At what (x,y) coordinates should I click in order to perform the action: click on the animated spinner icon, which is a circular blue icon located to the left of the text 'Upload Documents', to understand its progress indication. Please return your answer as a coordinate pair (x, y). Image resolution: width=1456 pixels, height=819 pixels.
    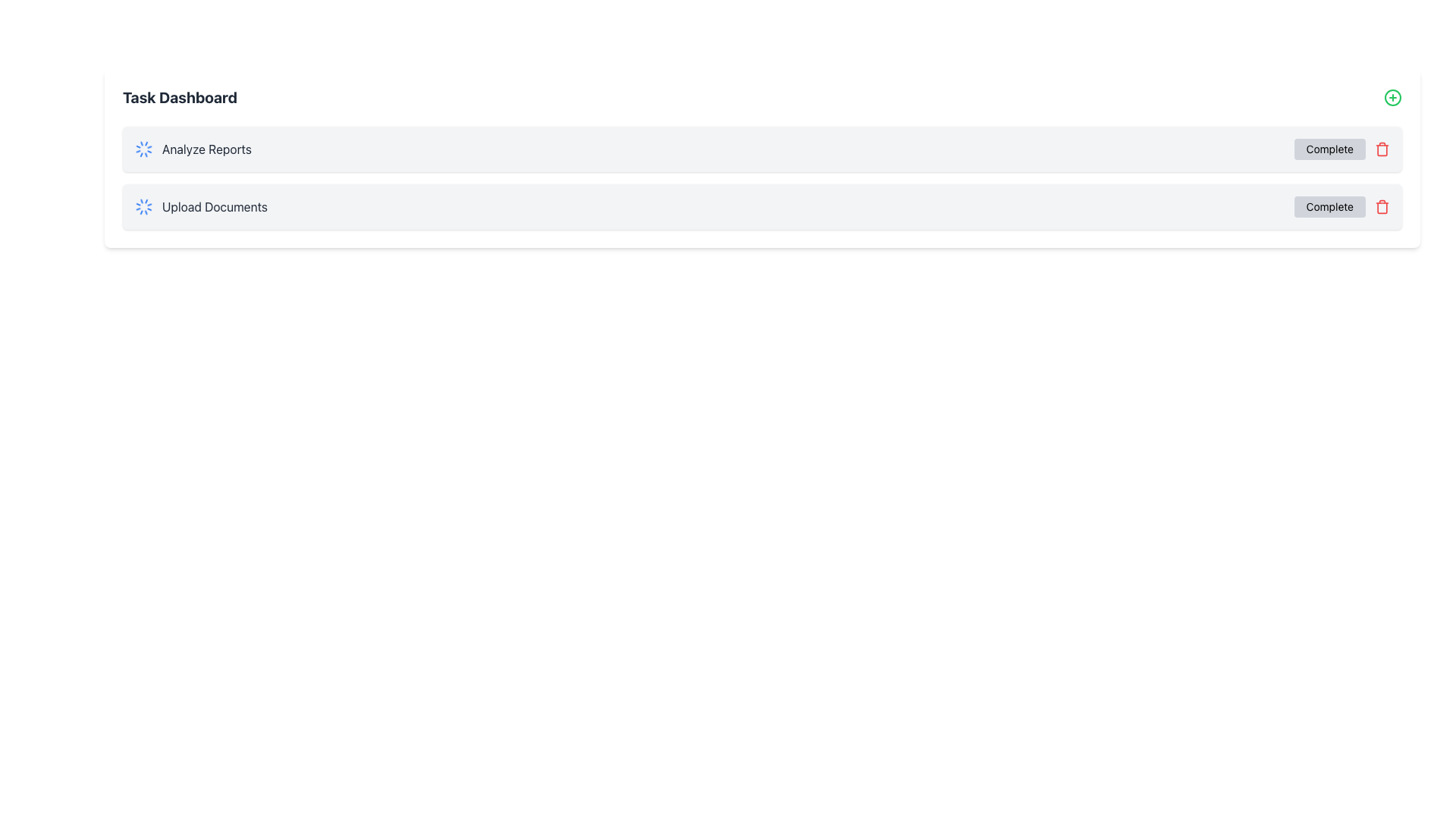
    Looking at the image, I should click on (144, 207).